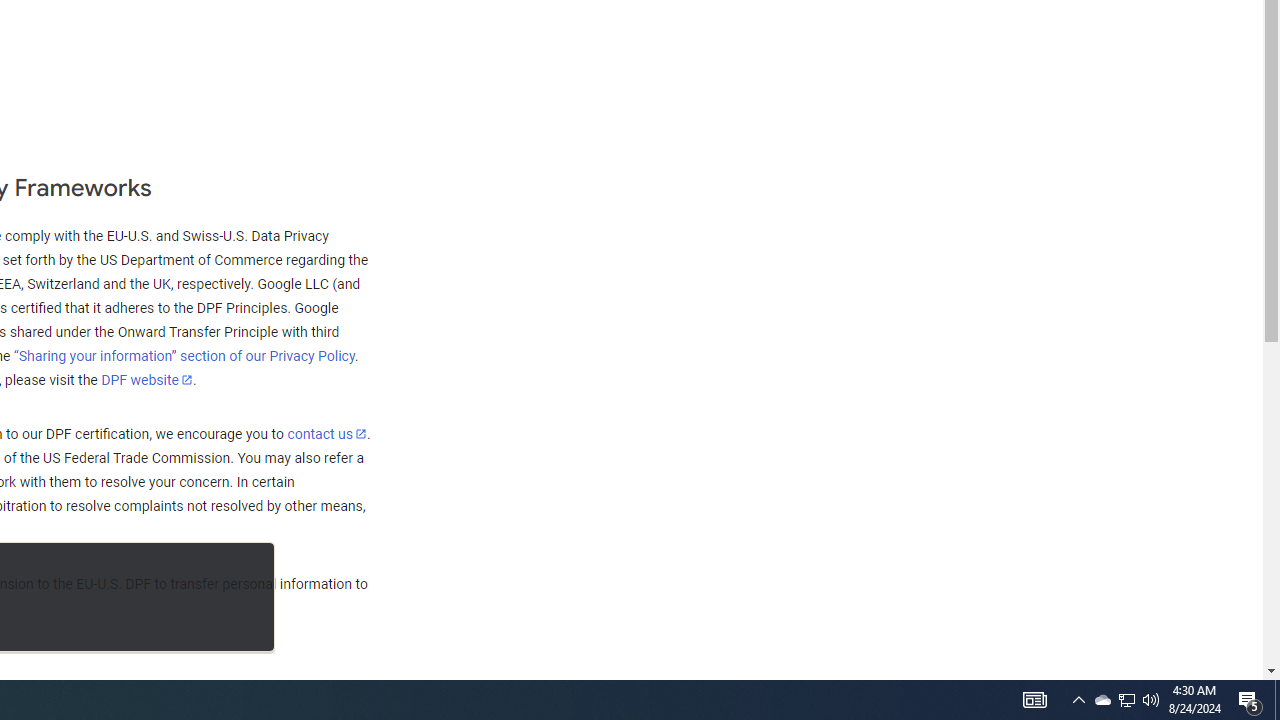  I want to click on 'DPF website', so click(146, 379).